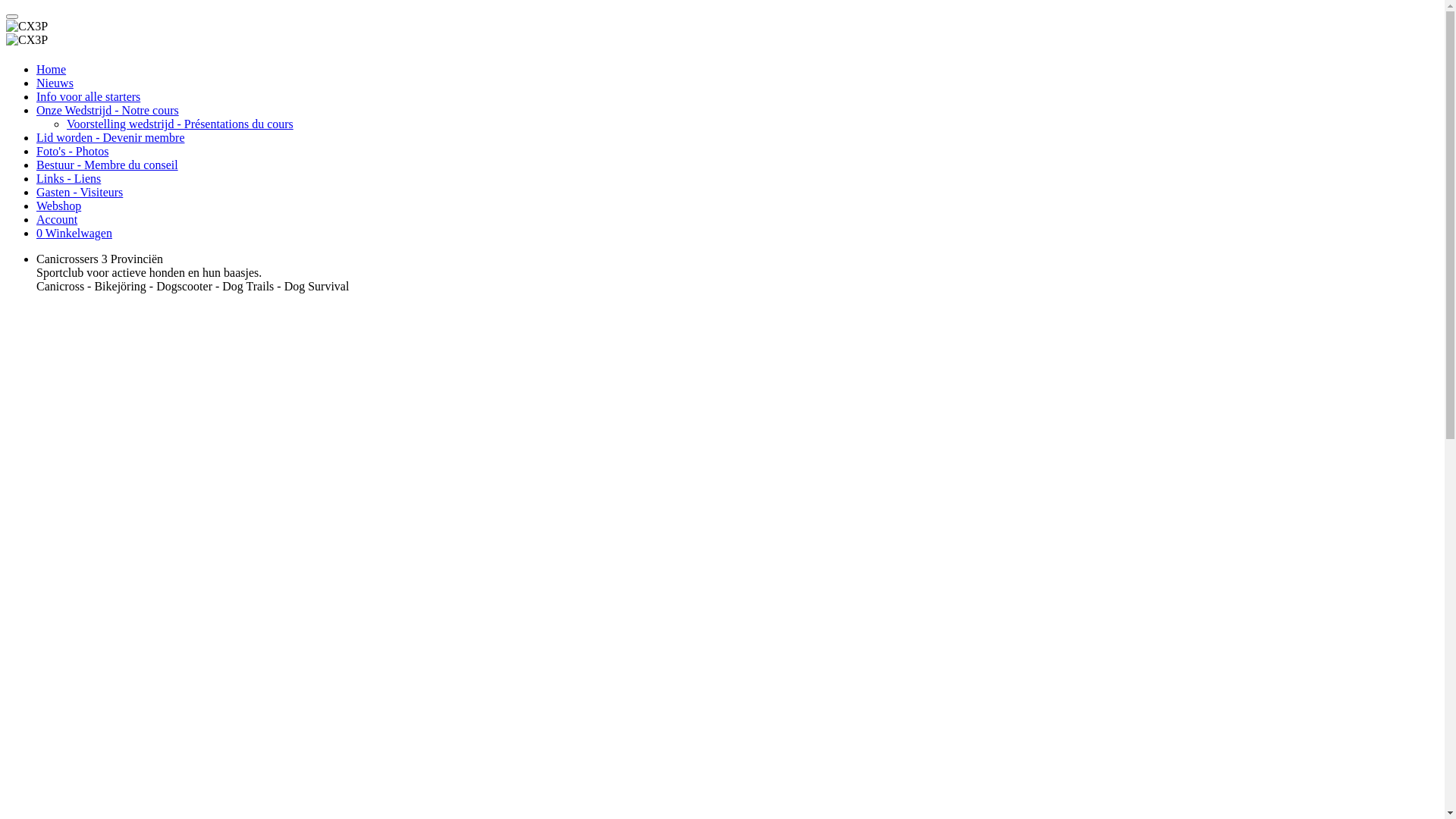  I want to click on 'Info voor alle starters', so click(87, 96).